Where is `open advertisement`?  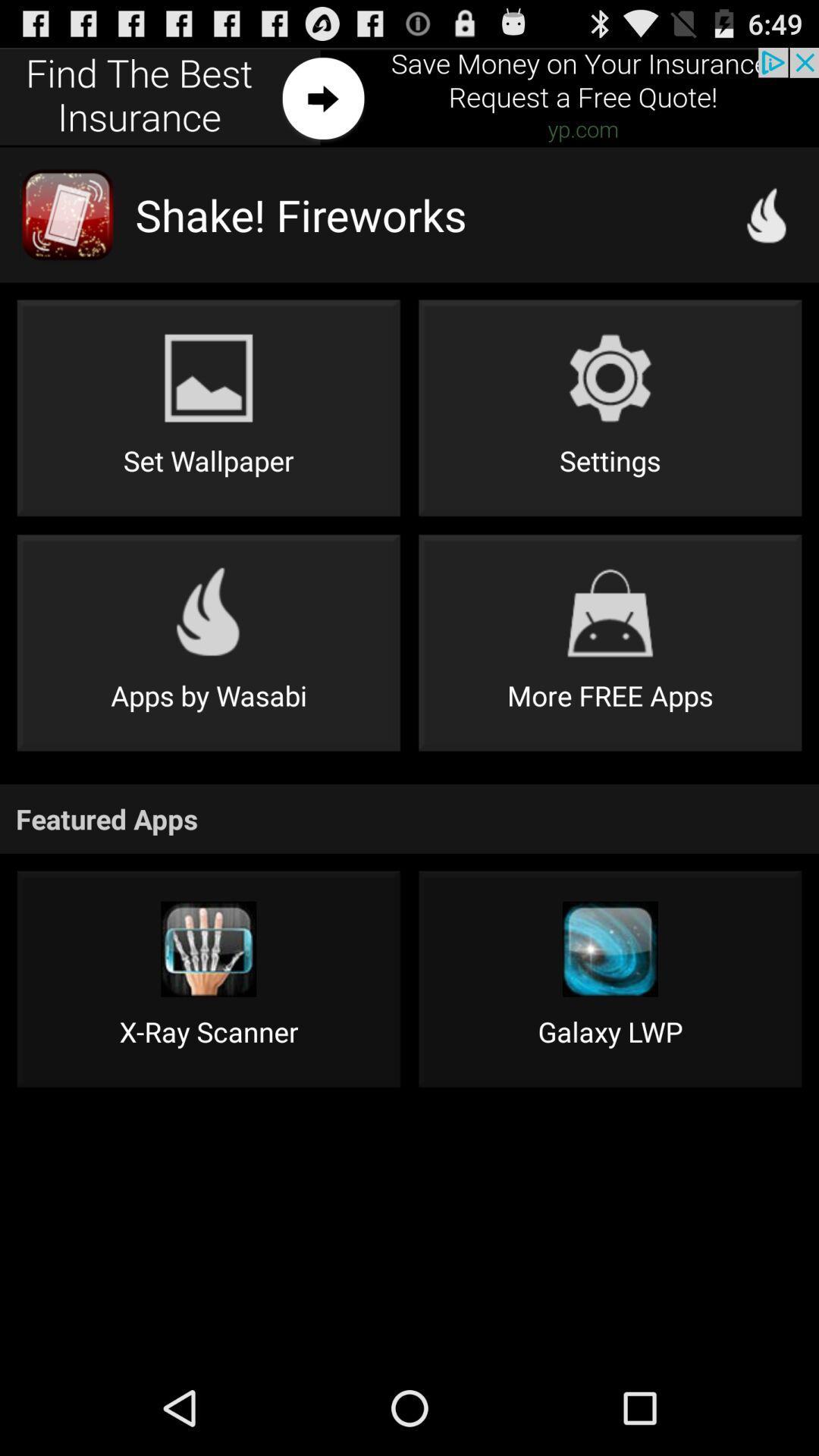 open advertisement is located at coordinates (409, 96).